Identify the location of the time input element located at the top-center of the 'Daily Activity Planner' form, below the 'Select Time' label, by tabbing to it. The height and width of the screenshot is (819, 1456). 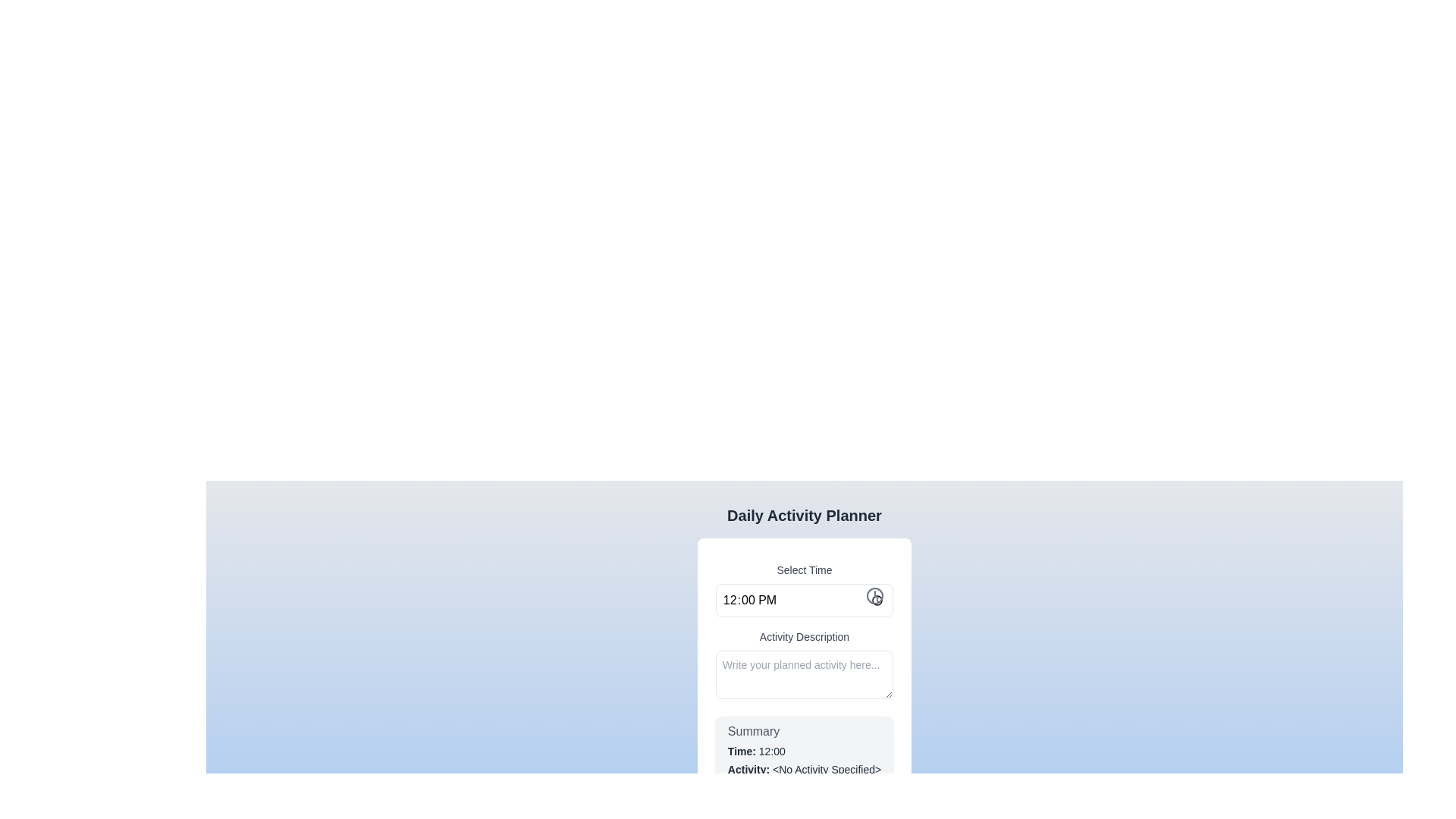
(803, 599).